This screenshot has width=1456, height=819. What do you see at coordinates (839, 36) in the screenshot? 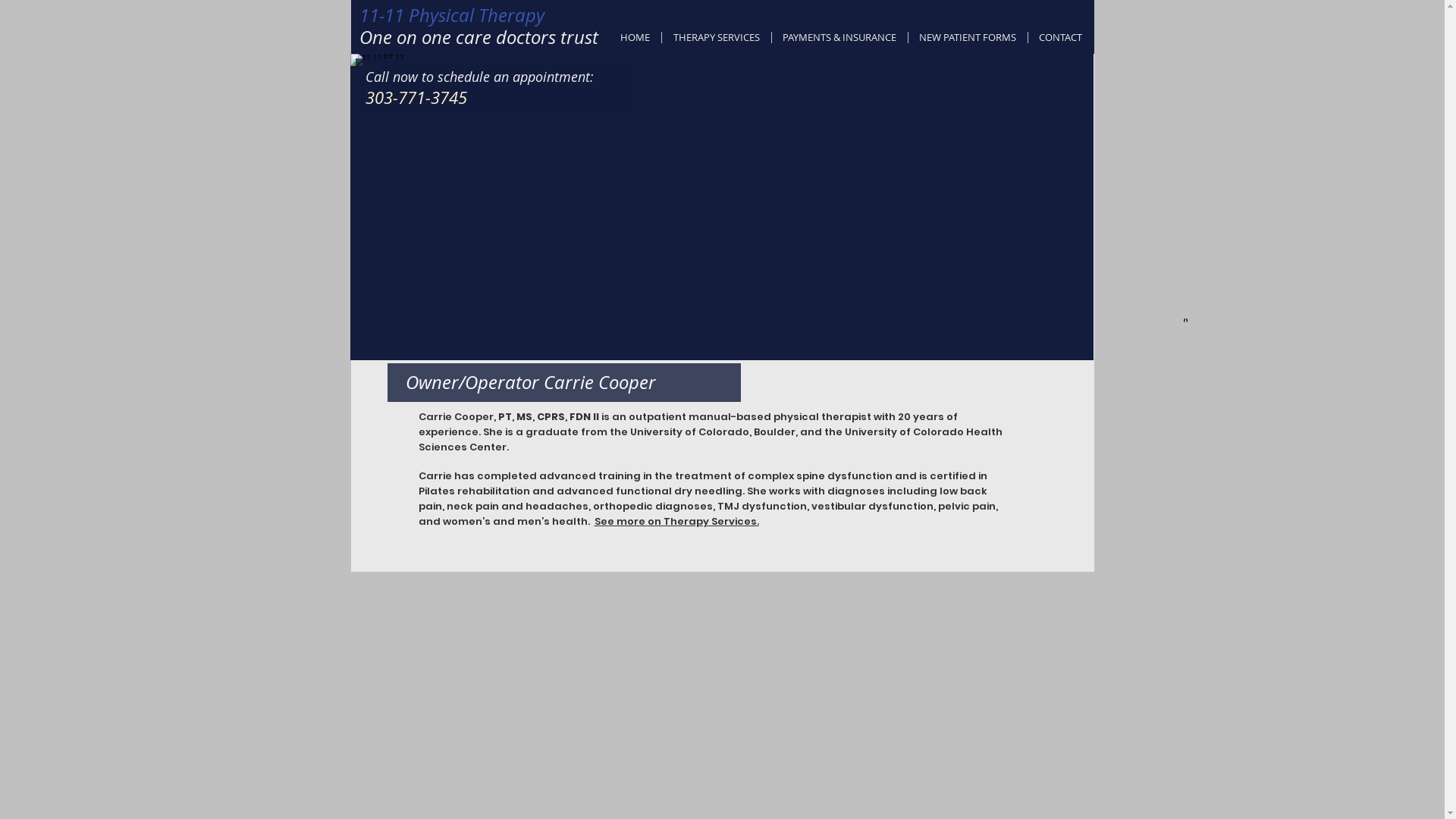
I see `'PAYMENTS & INSURANCE'` at bounding box center [839, 36].